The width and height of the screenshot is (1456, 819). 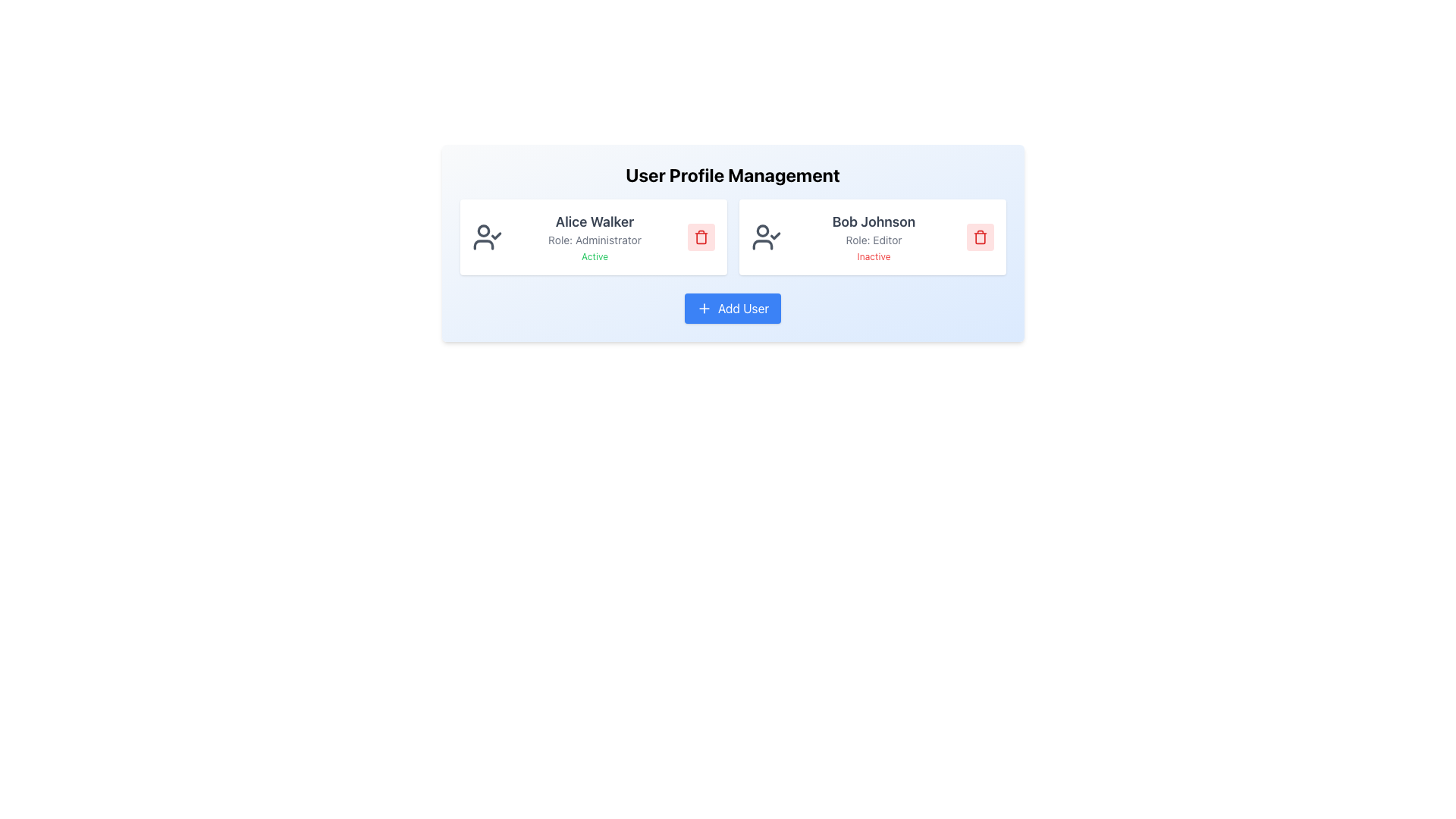 What do you see at coordinates (482, 231) in the screenshot?
I see `the circular user profile icon representing 'Alice Walker, Role: Administrator' located within the left card under 'User Profile Management'` at bounding box center [482, 231].